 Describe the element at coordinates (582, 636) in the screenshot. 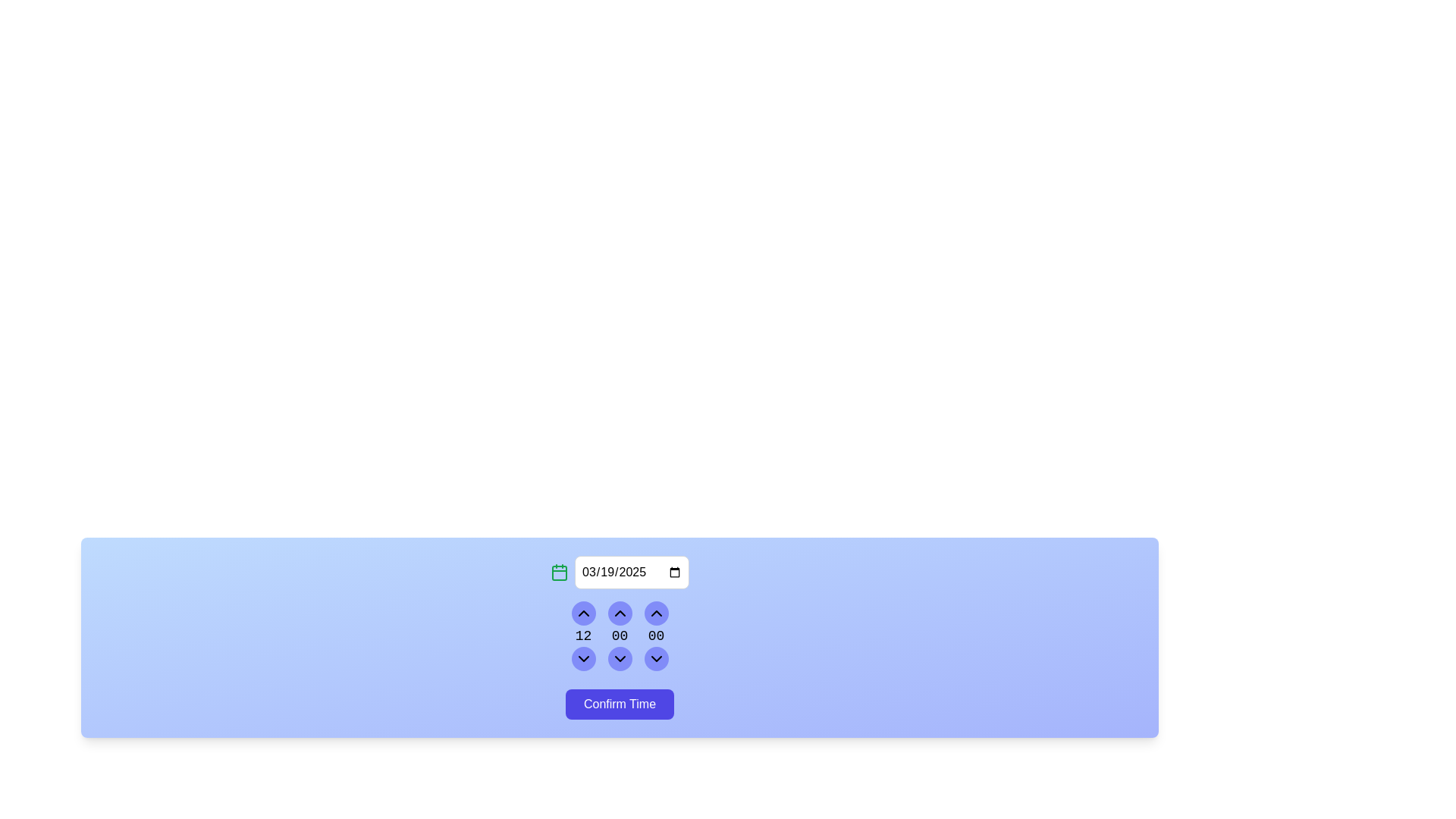

I see `the static text display element showing '12', which is part of the numeric spinner component used for selecting hour values, located above the 'Confirm Time' button` at that location.